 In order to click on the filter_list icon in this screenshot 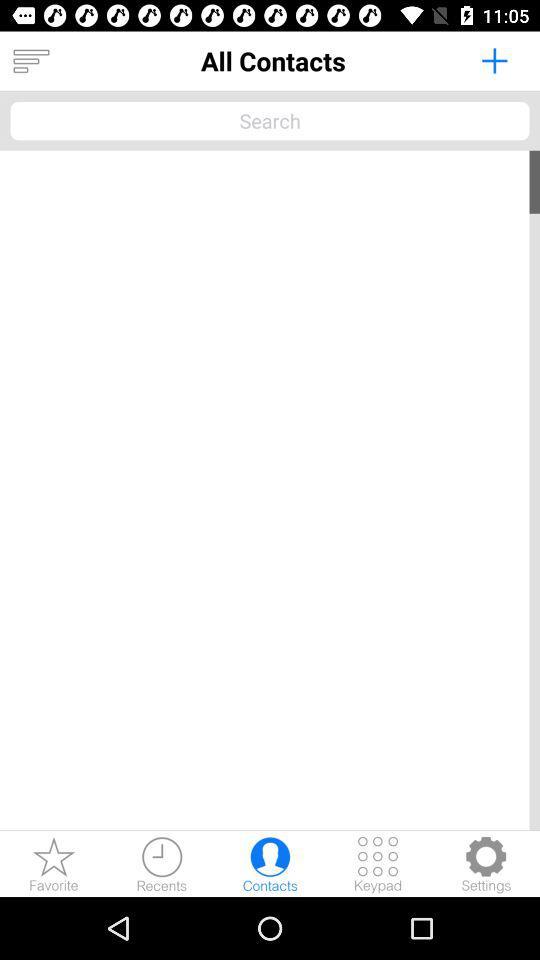, I will do `click(30, 61)`.